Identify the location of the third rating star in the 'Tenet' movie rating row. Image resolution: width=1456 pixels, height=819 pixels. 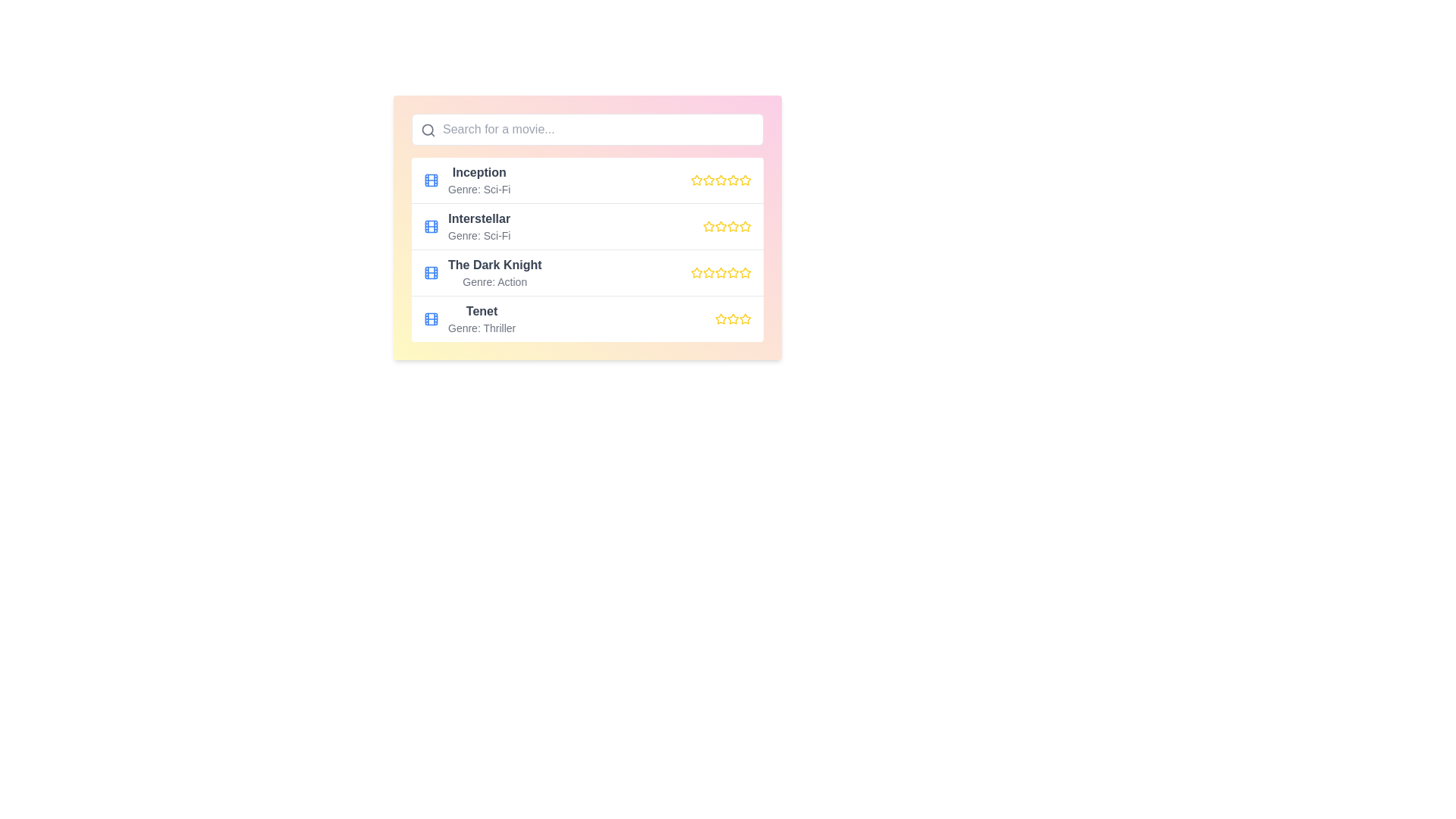
(733, 318).